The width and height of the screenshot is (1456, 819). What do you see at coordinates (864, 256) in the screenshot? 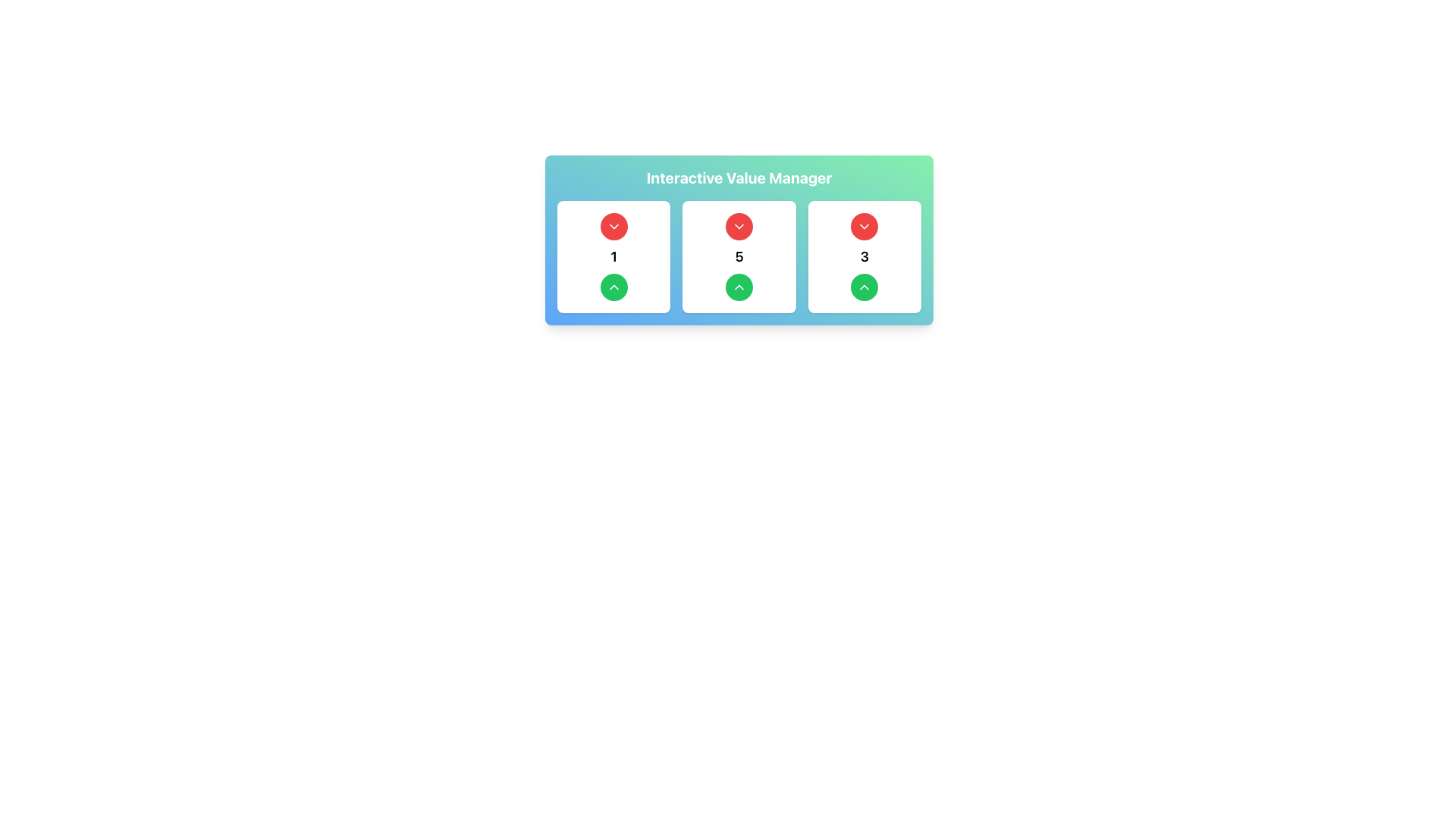
I see `the static text element that visually represents a numeric value, located in the third interactive card under 'Interactive Value Manager', positioned between the red circular button and the green circular button` at bounding box center [864, 256].